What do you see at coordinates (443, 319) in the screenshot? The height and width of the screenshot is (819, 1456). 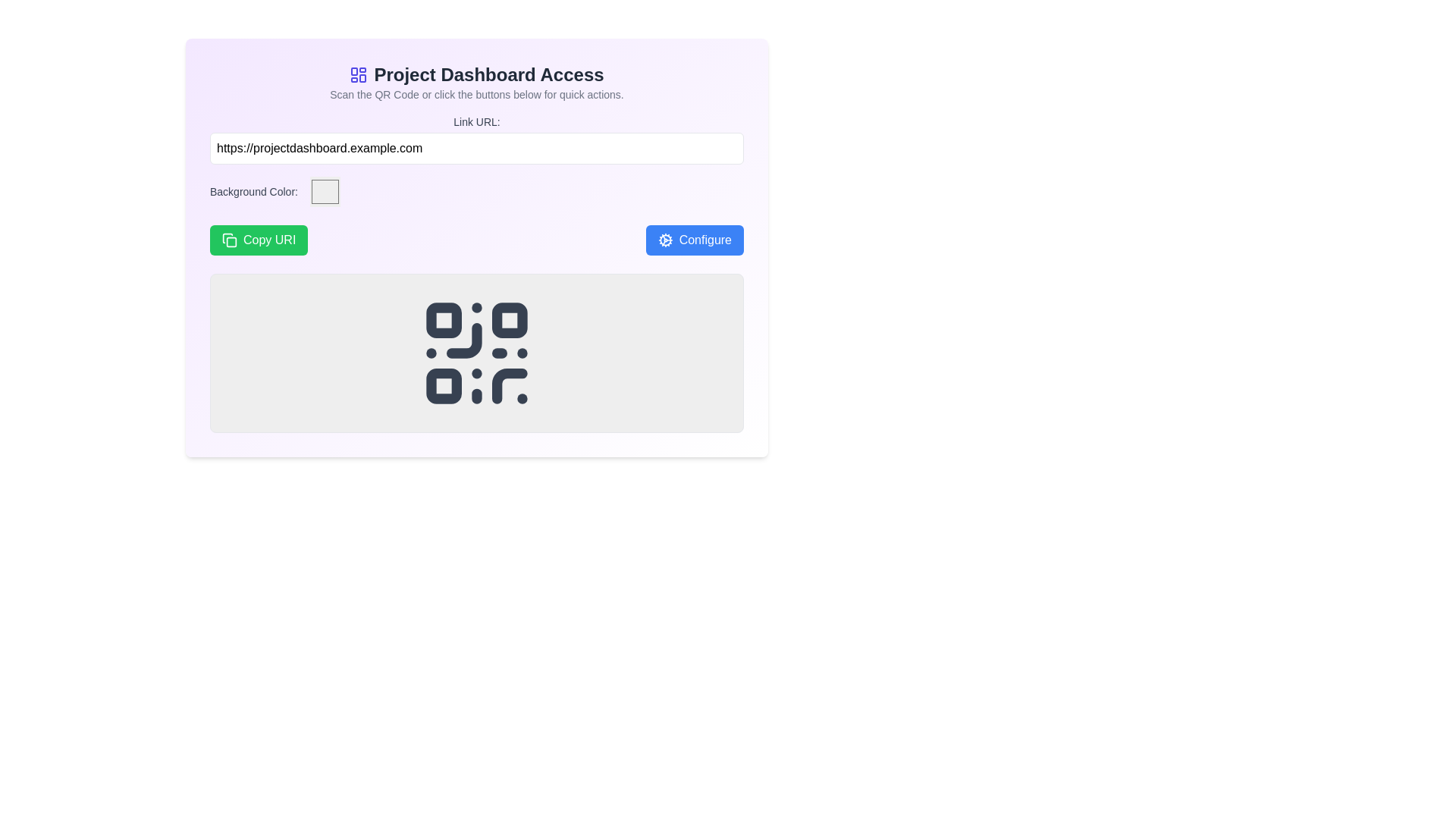 I see `the top-left SVG square component of the QR code, which is used to encode and display data for scanning` at bounding box center [443, 319].